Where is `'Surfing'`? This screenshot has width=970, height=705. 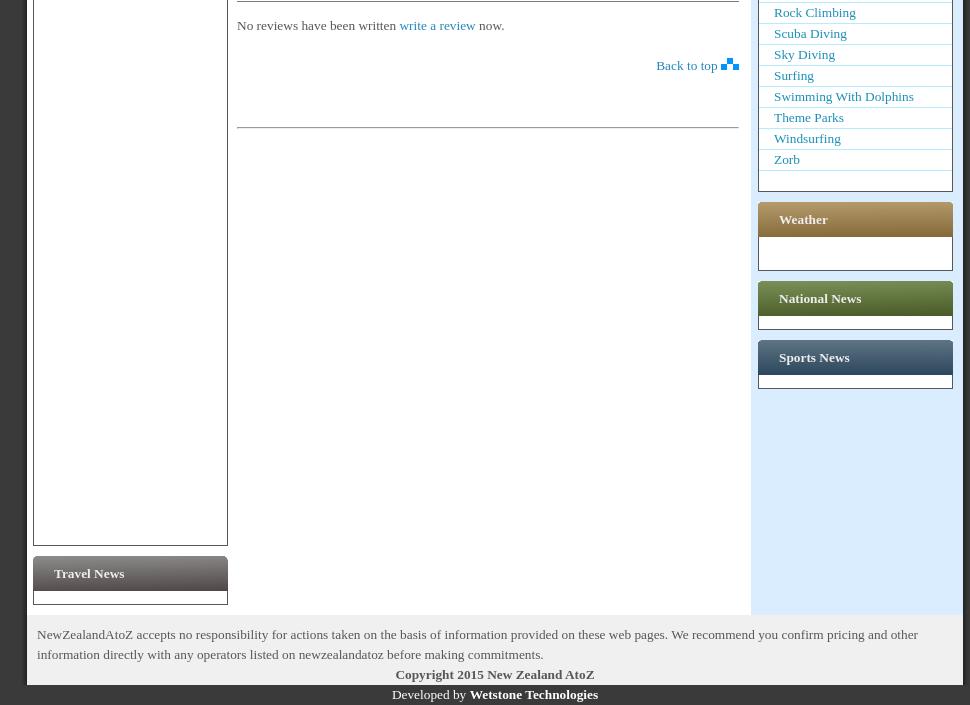
'Surfing' is located at coordinates (794, 75).